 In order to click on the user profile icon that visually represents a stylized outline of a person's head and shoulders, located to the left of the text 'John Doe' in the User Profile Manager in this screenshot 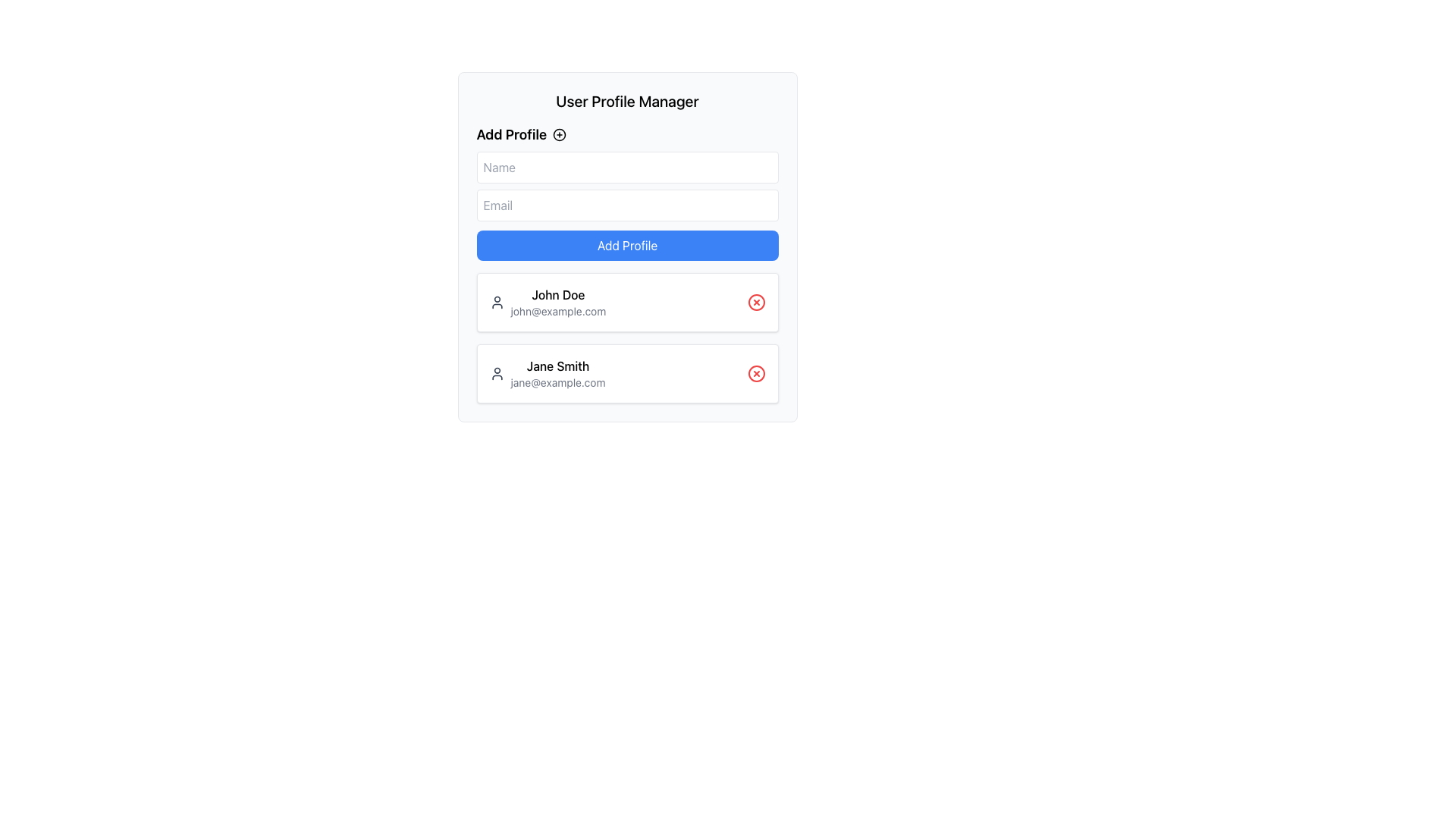, I will do `click(497, 302)`.